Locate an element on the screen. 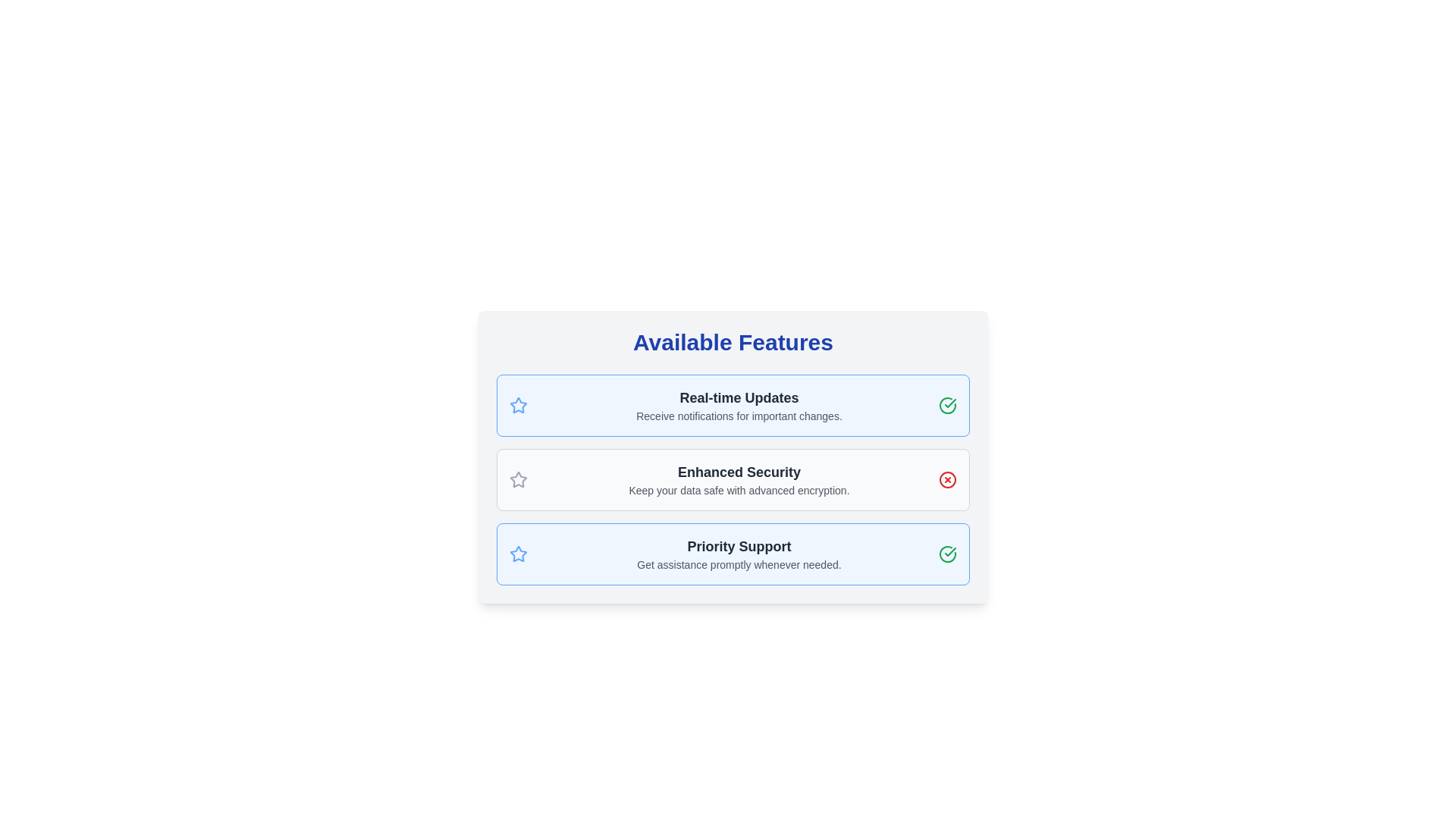 The width and height of the screenshot is (1456, 819). the green checkmark icon located in the lower-right corner of the third item in the vertical list of features, which indicates confirmation or success for the 'Priority Support' feature is located at coordinates (949, 403).